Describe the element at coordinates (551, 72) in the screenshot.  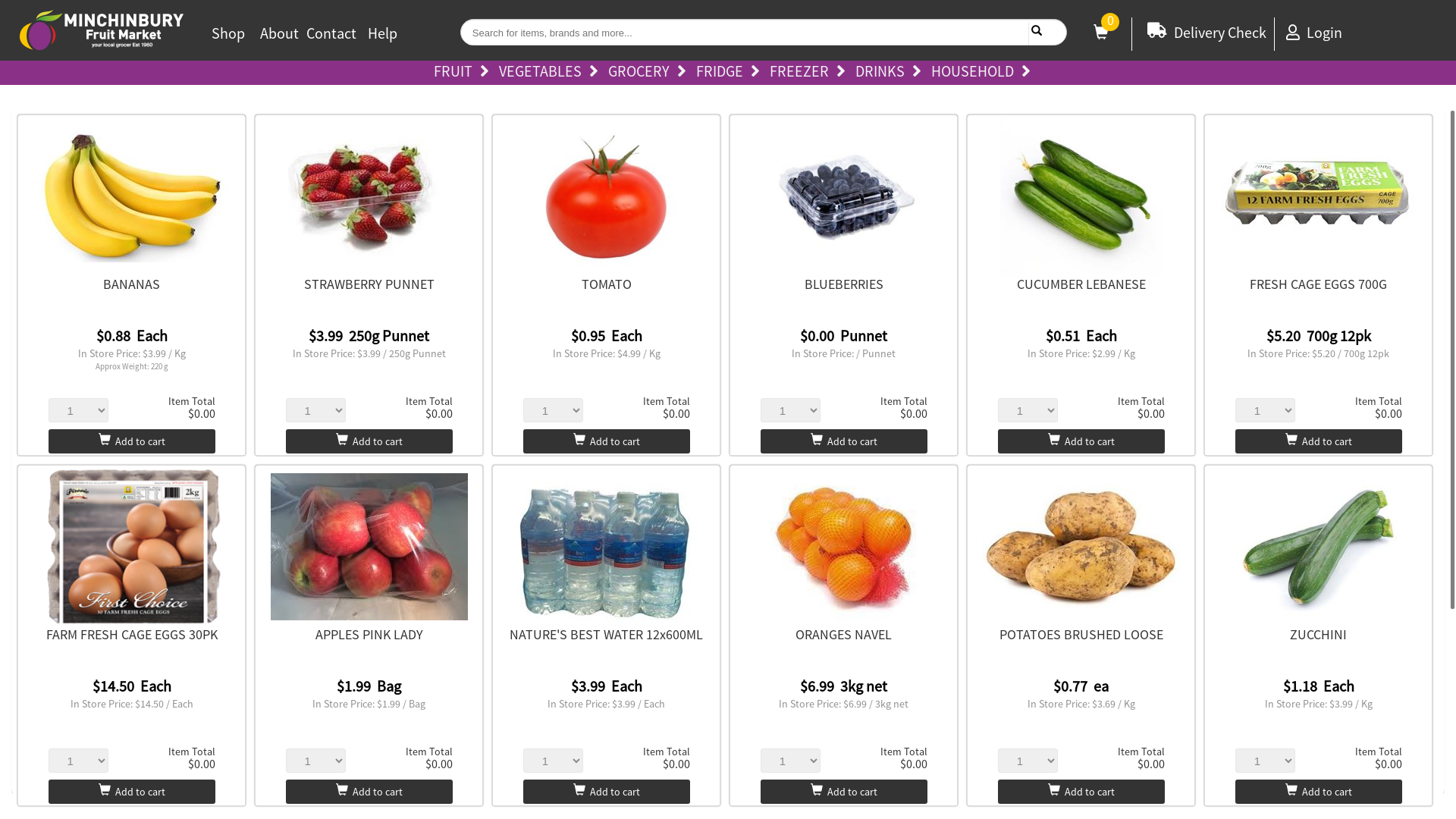
I see `'VEGETABLES'` at that location.